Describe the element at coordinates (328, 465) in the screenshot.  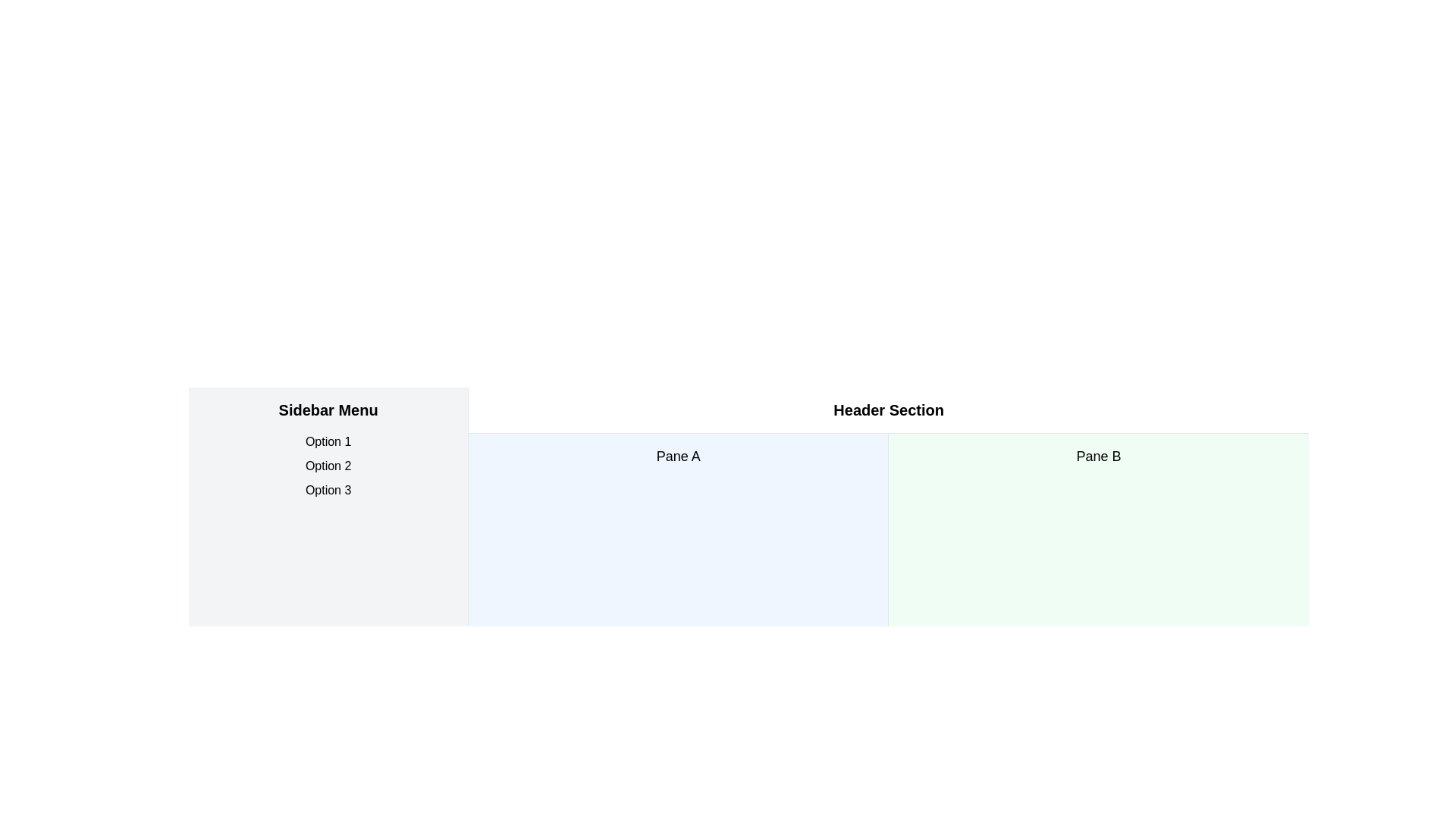
I see `the 'Option 2' menu option to trigger its function by clicking on it` at that location.